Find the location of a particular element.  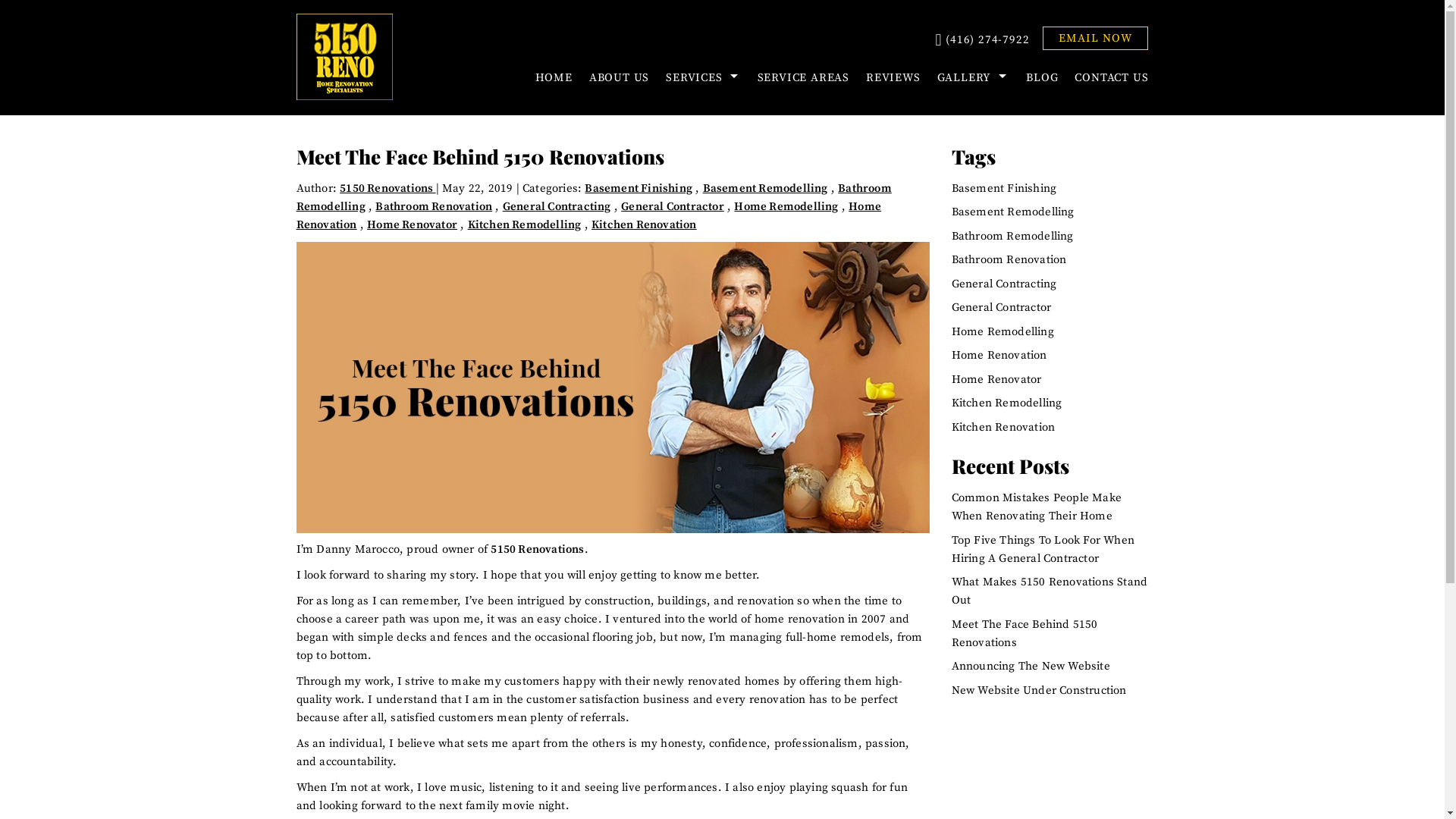

'Kitchen Remodelling' is located at coordinates (950, 402).